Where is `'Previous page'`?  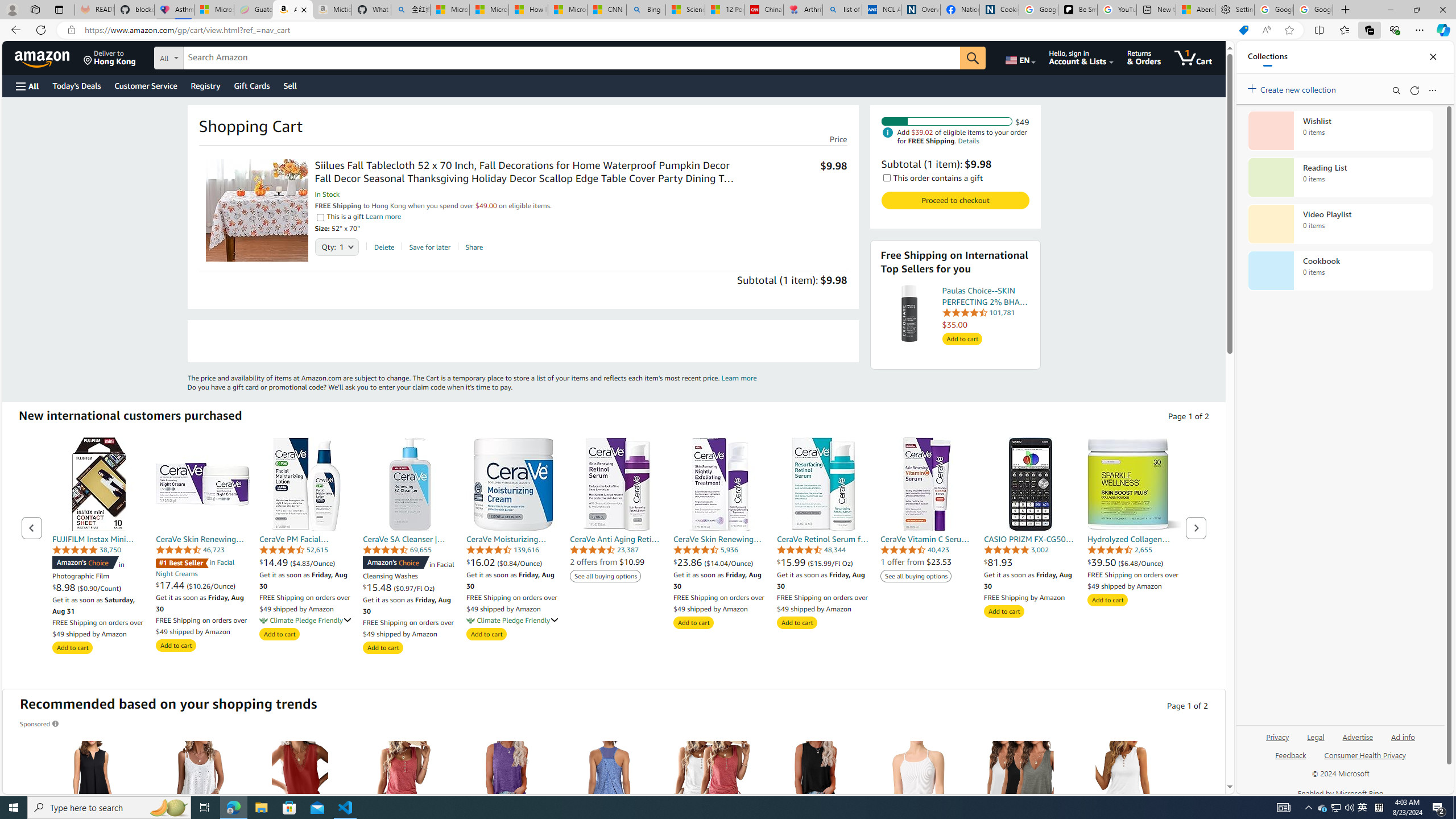 'Previous page' is located at coordinates (32, 527).